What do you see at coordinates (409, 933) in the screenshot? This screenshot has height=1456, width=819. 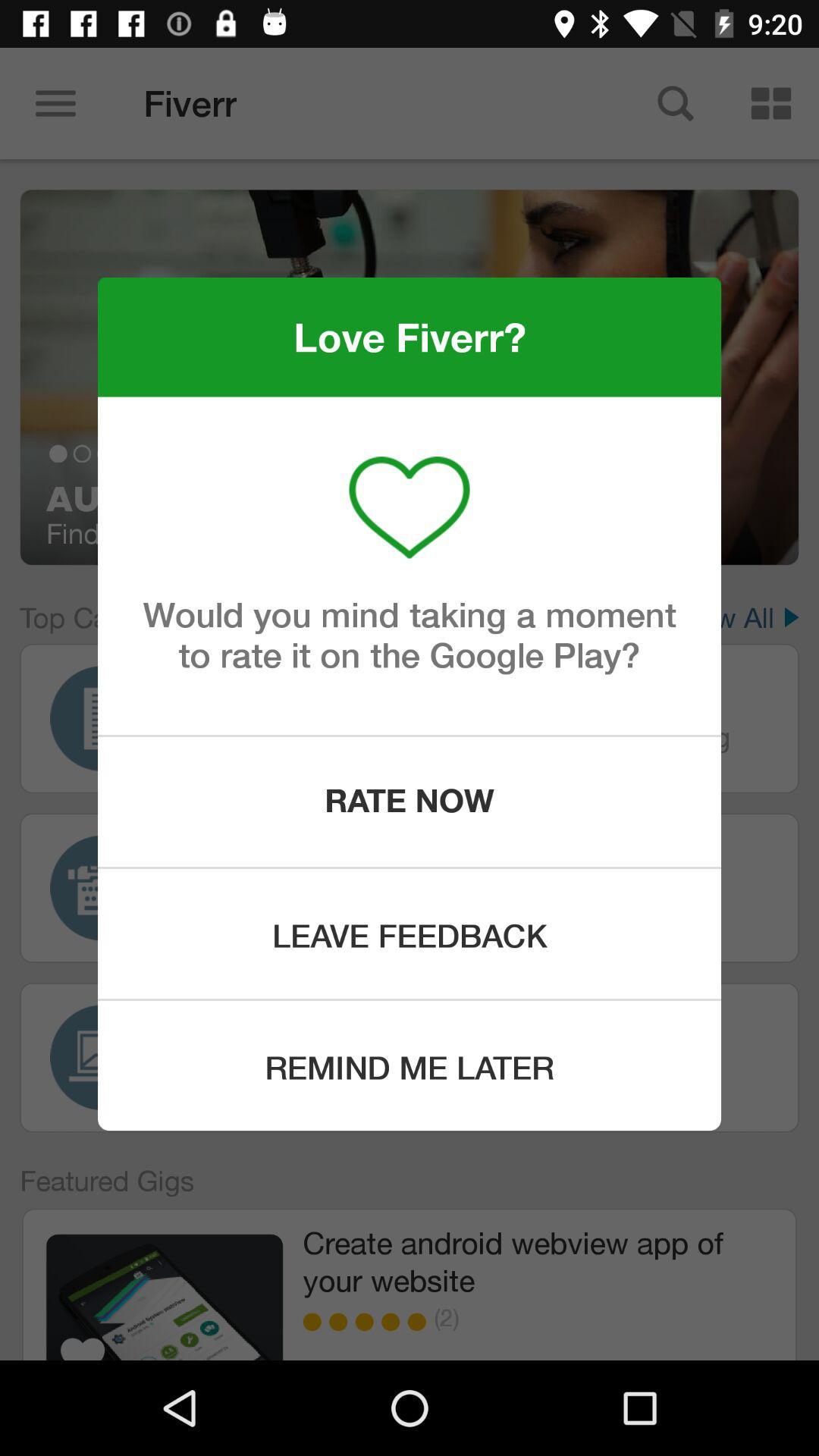 I see `leave feedback item` at bounding box center [409, 933].